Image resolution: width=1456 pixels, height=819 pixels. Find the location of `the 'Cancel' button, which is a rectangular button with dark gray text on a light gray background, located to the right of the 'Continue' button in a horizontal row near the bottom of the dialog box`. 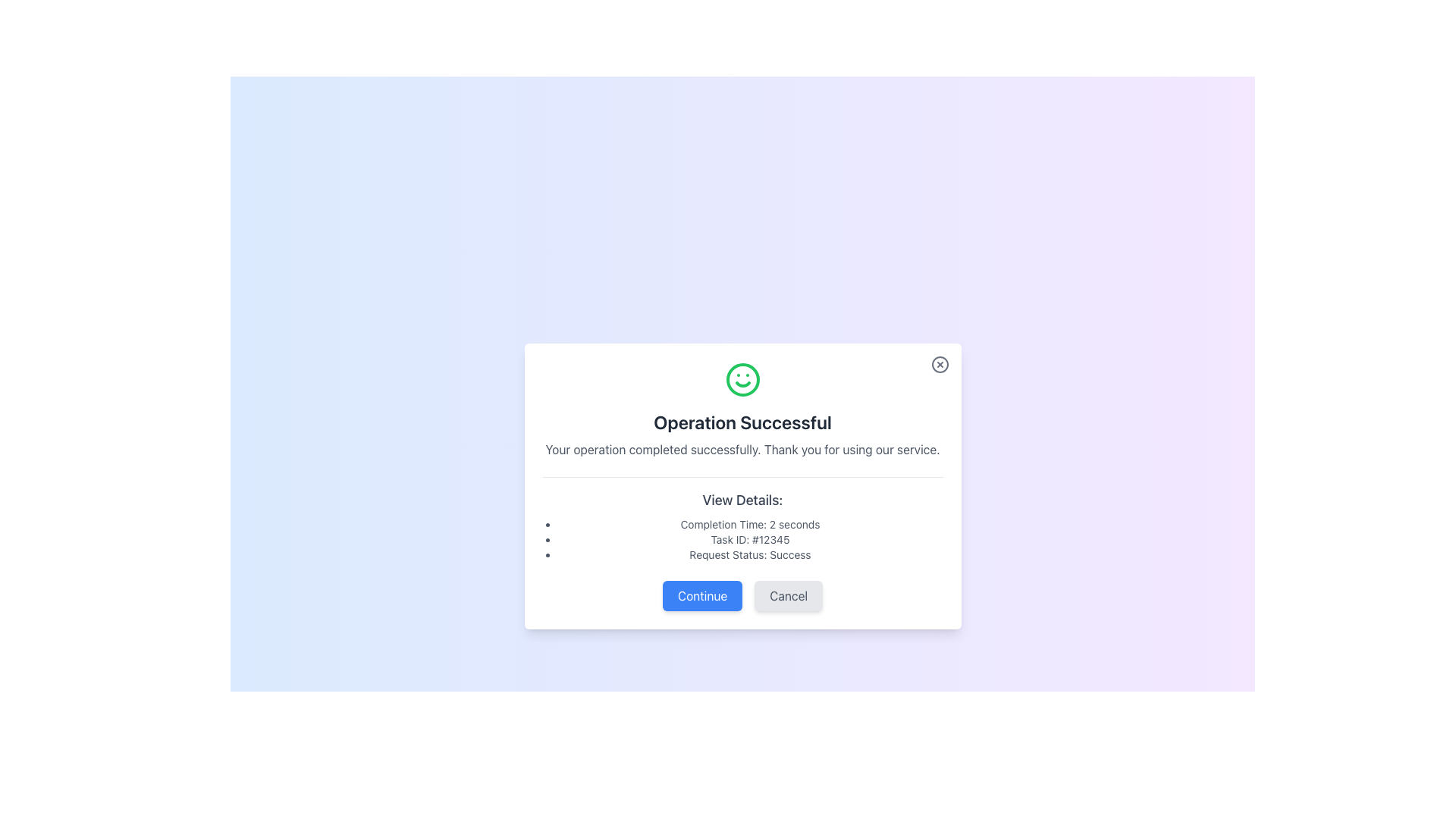

the 'Cancel' button, which is a rectangular button with dark gray text on a light gray background, located to the right of the 'Continue' button in a horizontal row near the bottom of the dialog box is located at coordinates (789, 595).